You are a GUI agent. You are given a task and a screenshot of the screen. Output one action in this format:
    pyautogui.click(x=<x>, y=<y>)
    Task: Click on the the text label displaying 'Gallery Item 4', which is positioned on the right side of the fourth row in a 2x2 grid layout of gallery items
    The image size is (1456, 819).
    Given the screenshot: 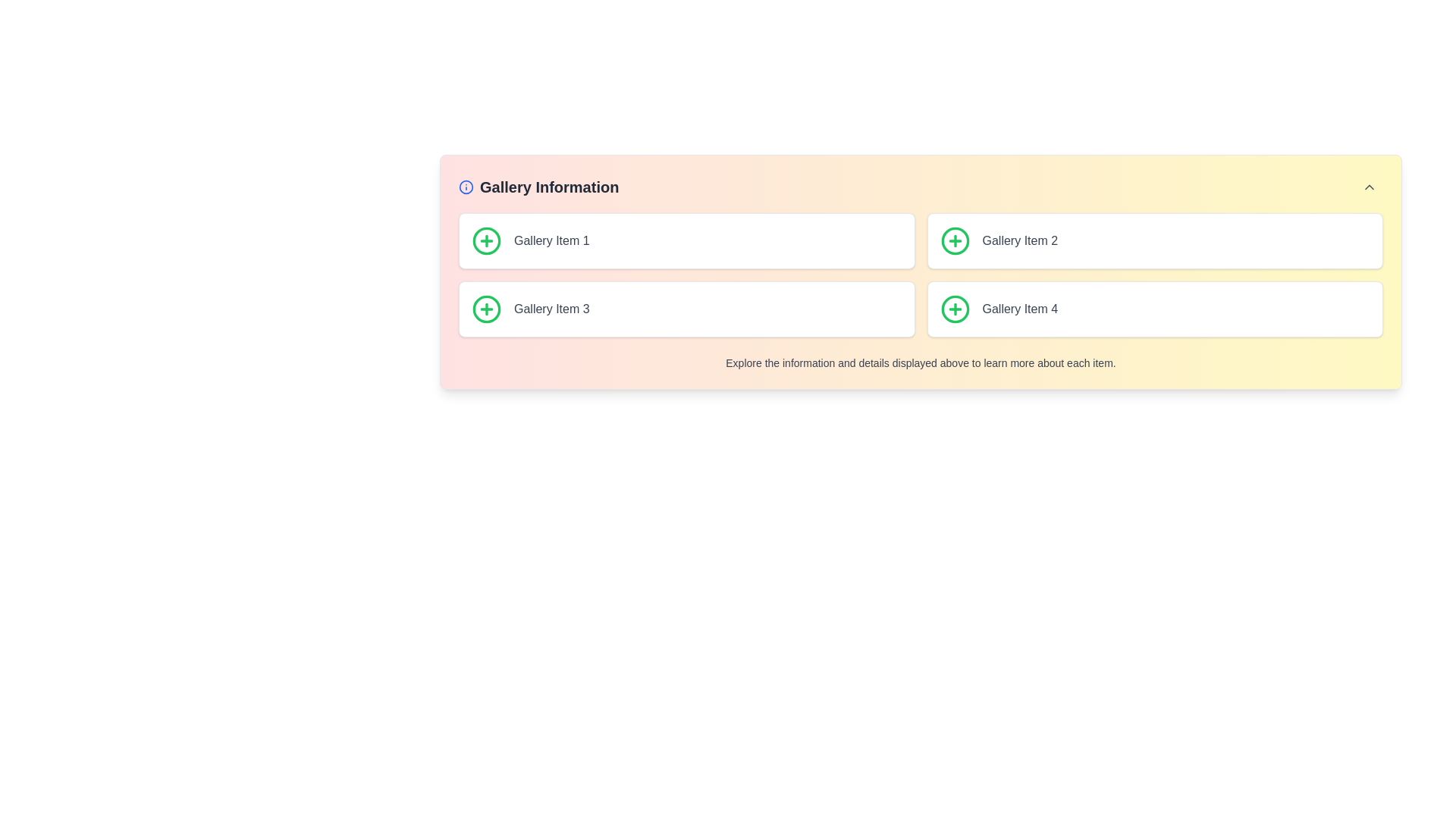 What is the action you would take?
    pyautogui.click(x=1020, y=309)
    